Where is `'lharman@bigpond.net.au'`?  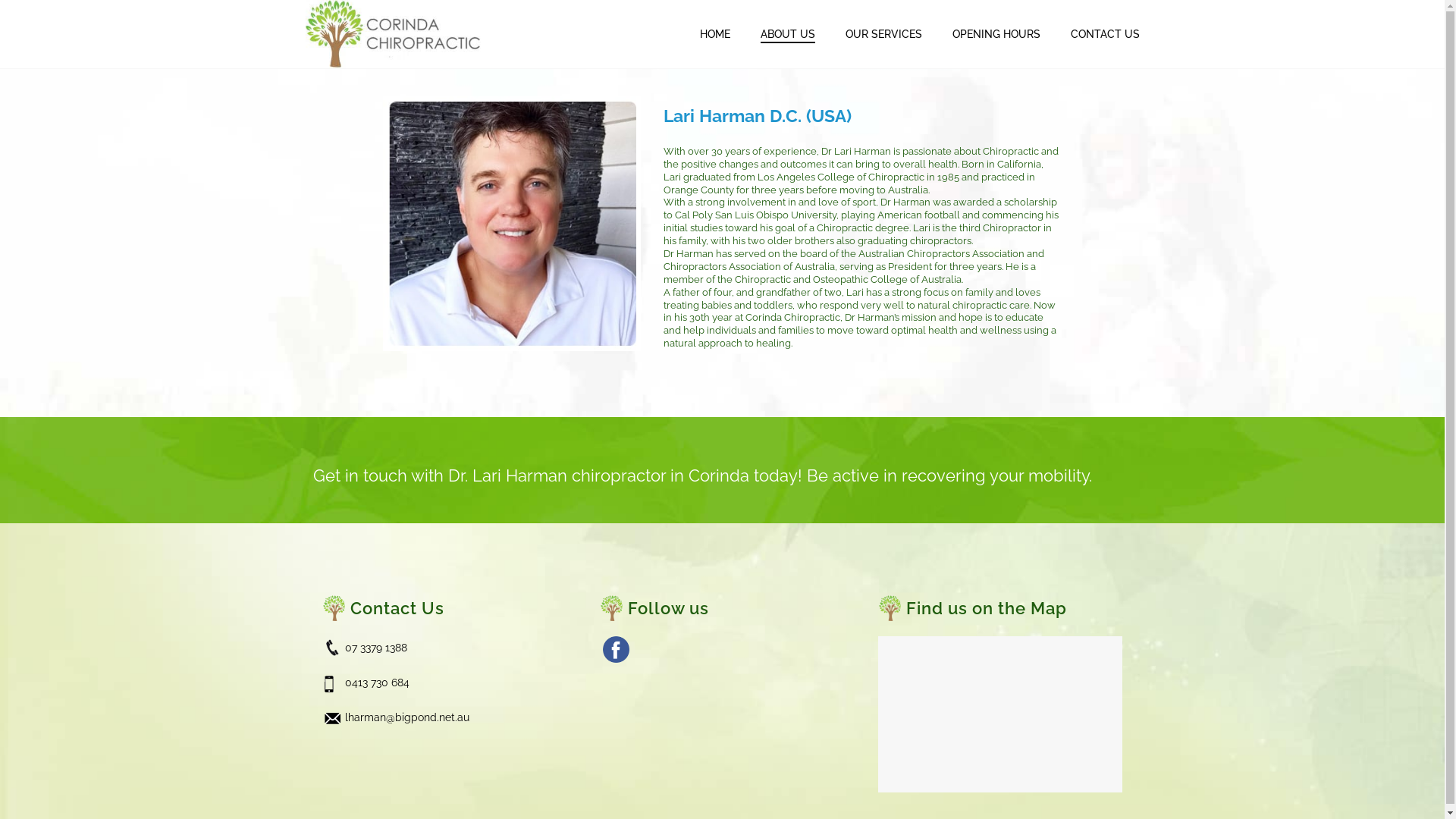
'lharman@bigpond.net.au' is located at coordinates (406, 717).